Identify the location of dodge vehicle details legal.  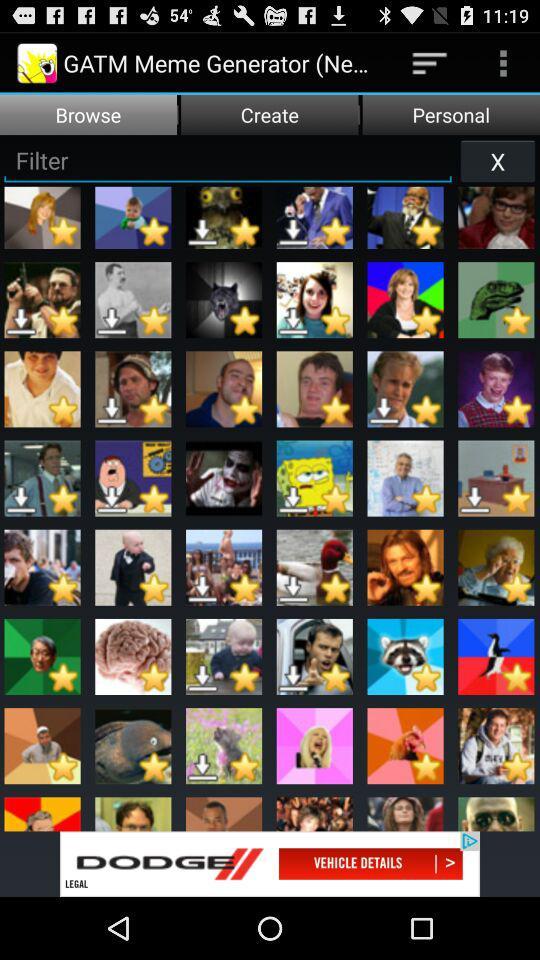
(270, 863).